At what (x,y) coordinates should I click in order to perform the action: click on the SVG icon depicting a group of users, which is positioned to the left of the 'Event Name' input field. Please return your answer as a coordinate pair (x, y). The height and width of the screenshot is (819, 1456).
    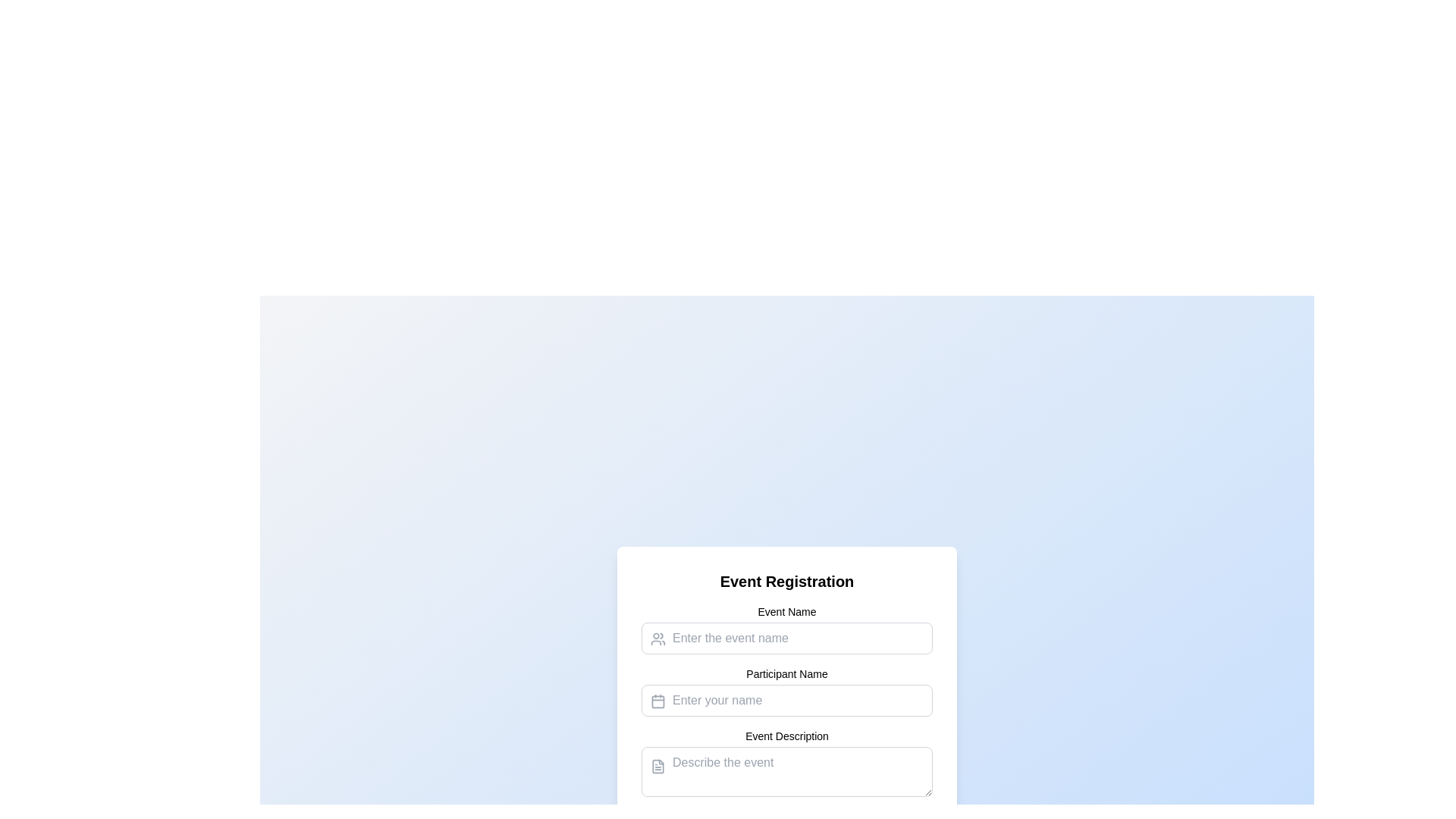
    Looking at the image, I should click on (658, 639).